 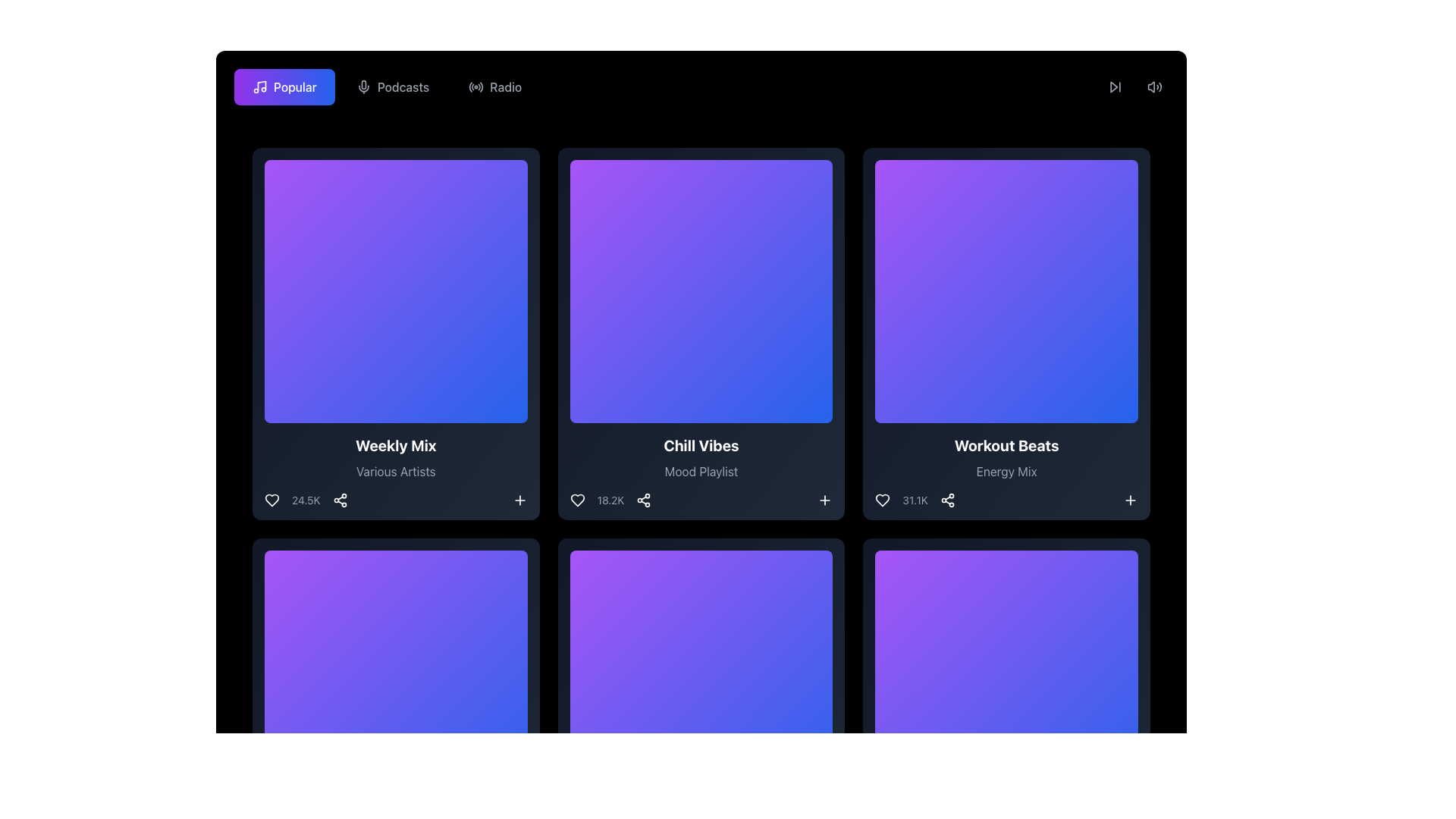 What do you see at coordinates (576, 500) in the screenshot?
I see `the heart-shaped icon located in the second card of the top row, below the title 'Chill Vibes', to favorite the item` at bounding box center [576, 500].